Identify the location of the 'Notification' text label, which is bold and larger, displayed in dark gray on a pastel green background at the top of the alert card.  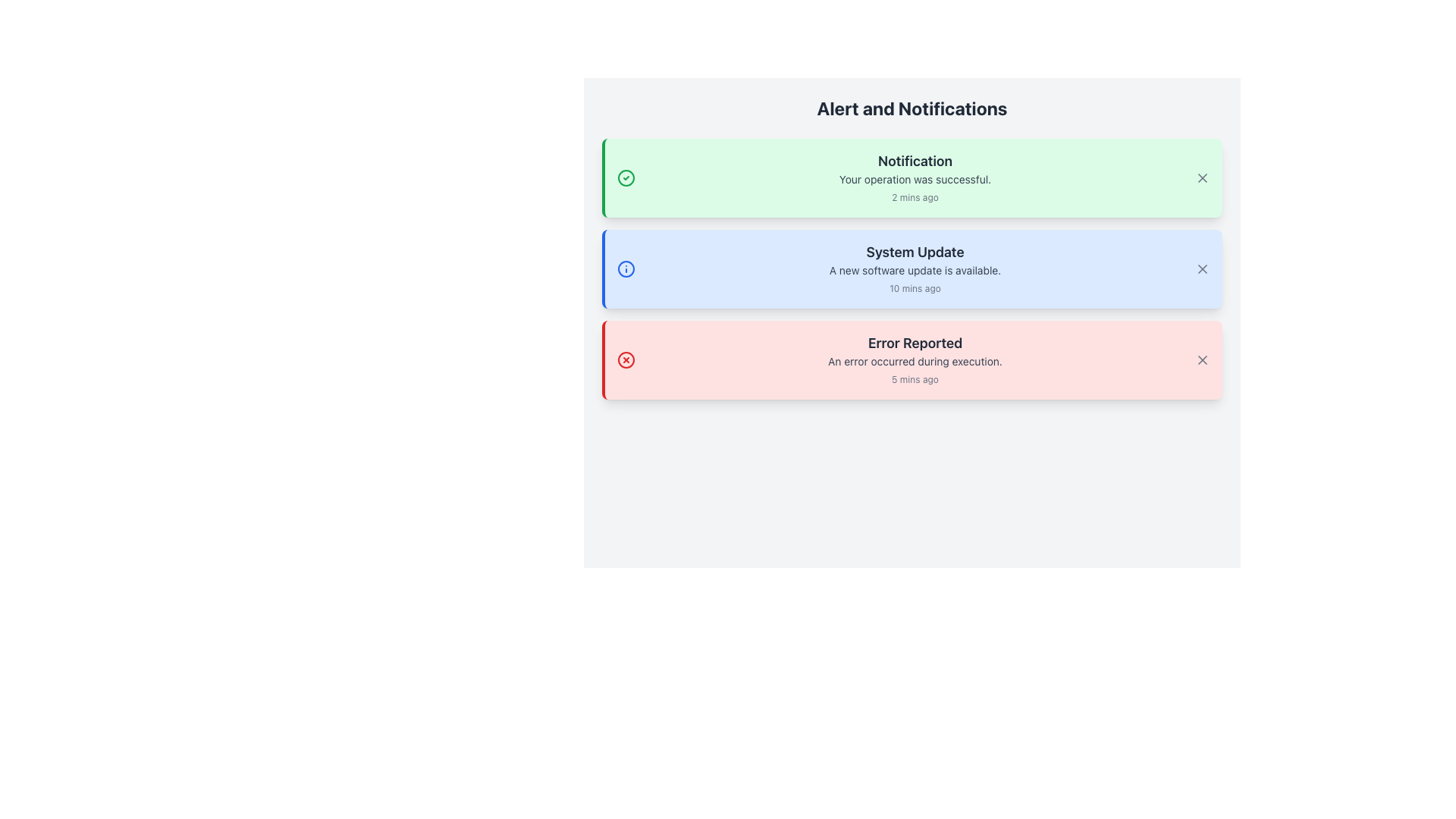
(914, 161).